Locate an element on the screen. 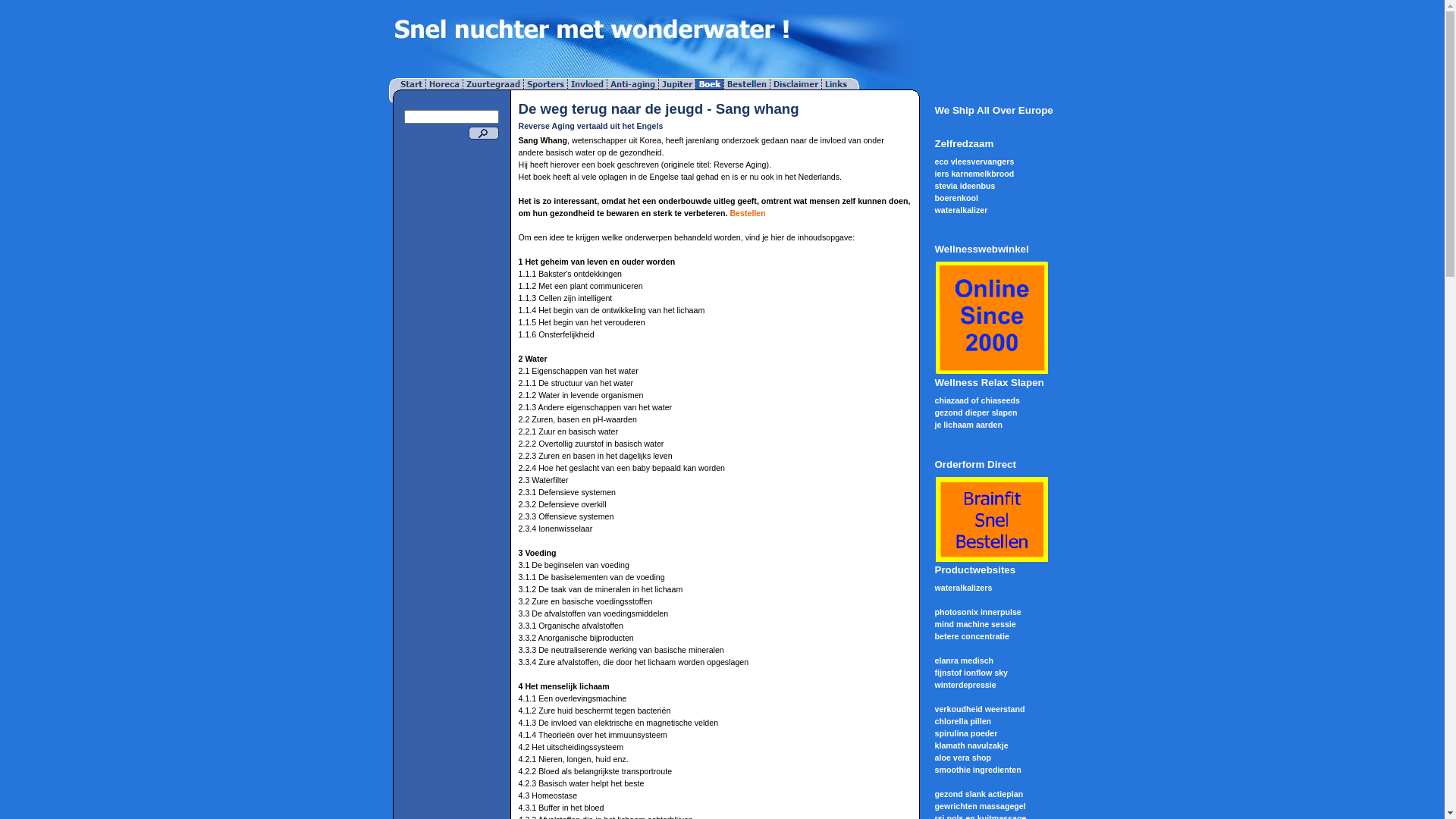 This screenshot has width=1456, height=819. 'chiazaad of chiaseeds' is located at coordinates (977, 400).